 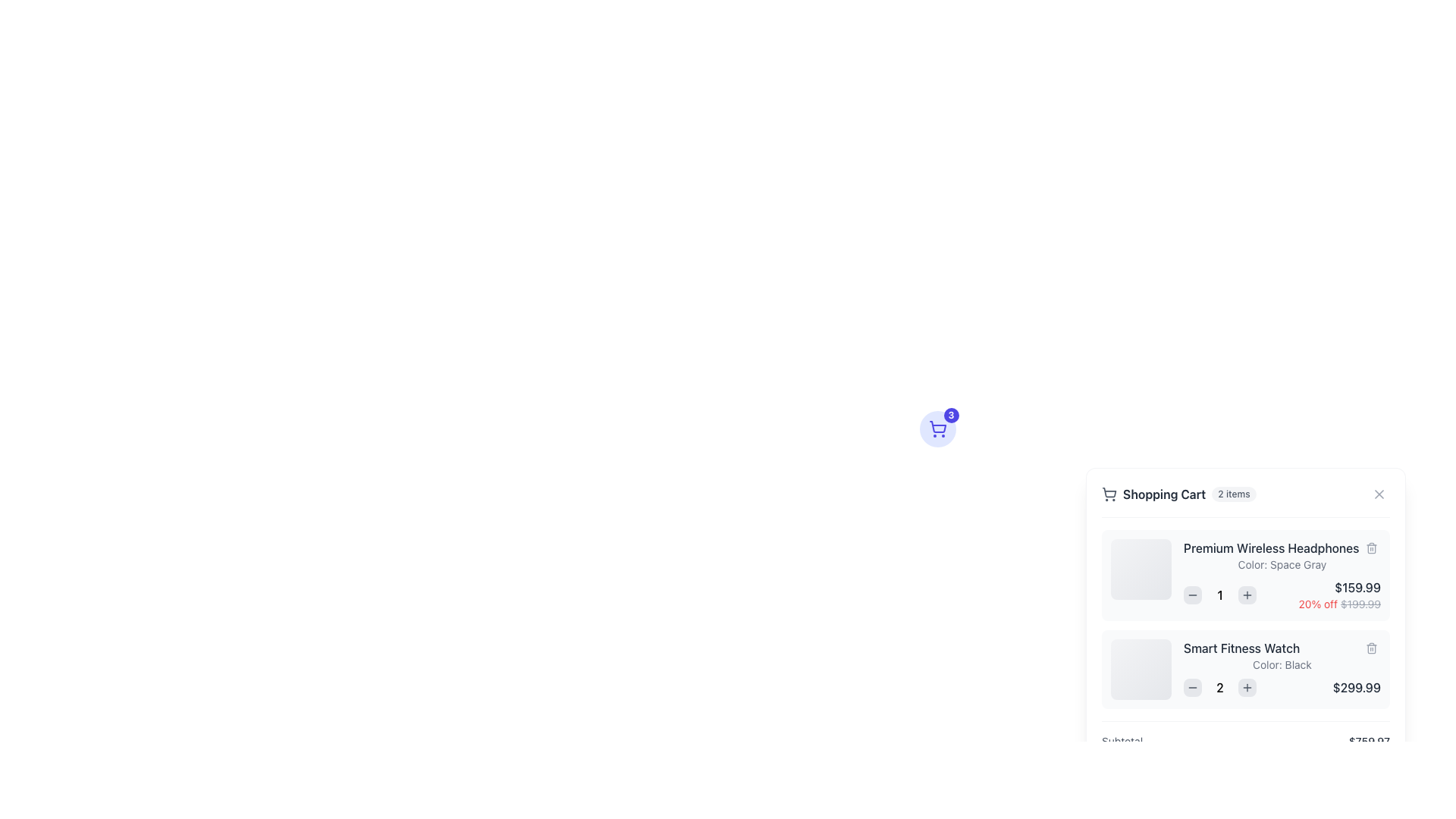 I want to click on the text label displaying the current price of 'Premium Wireless Headphones' in the shopping cart, located beneath the product description and quantity controls, to the left of the discount percentage and above the original price, so click(x=1339, y=587).